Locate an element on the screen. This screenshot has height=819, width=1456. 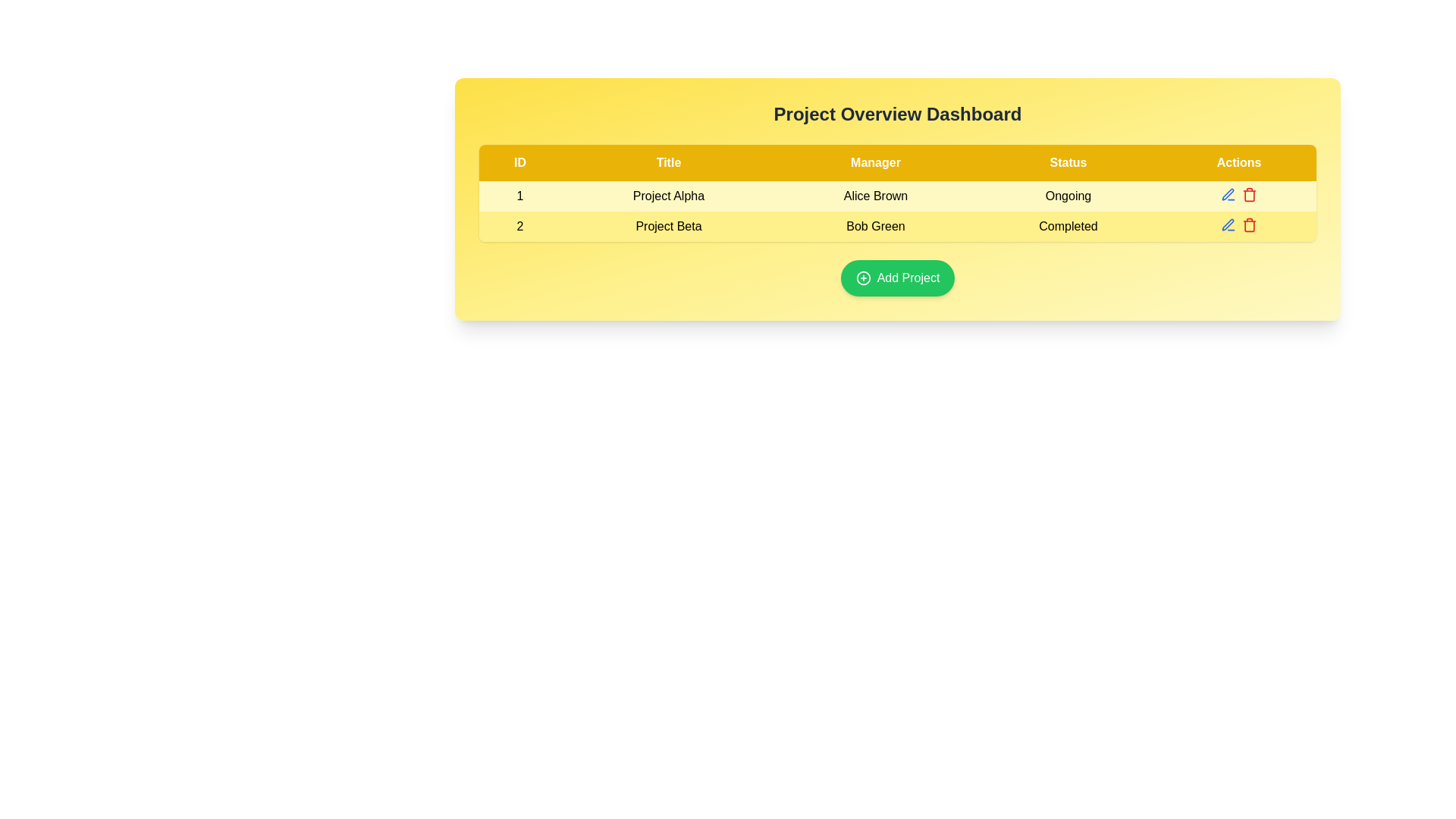
the fourth header label in the table that indicates the 'Status' column, located between the 'Manager' and 'Actions' labels is located at coordinates (1068, 163).